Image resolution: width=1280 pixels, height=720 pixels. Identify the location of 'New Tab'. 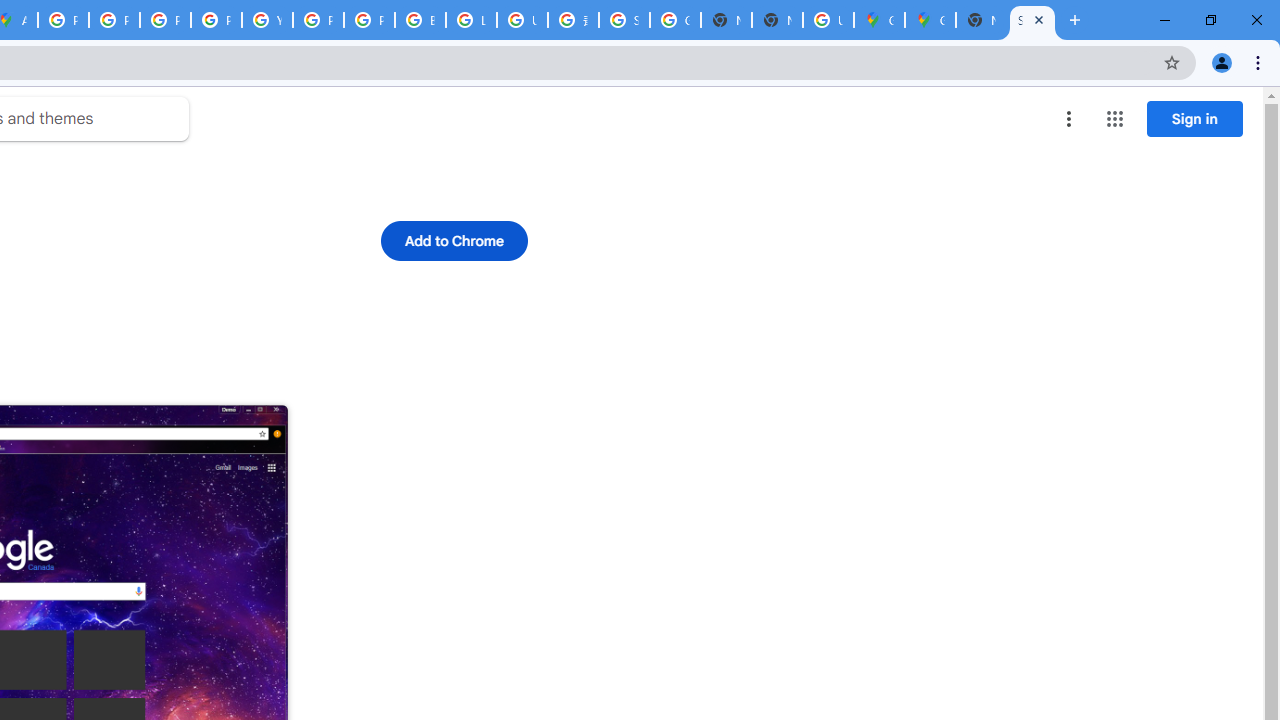
(981, 20).